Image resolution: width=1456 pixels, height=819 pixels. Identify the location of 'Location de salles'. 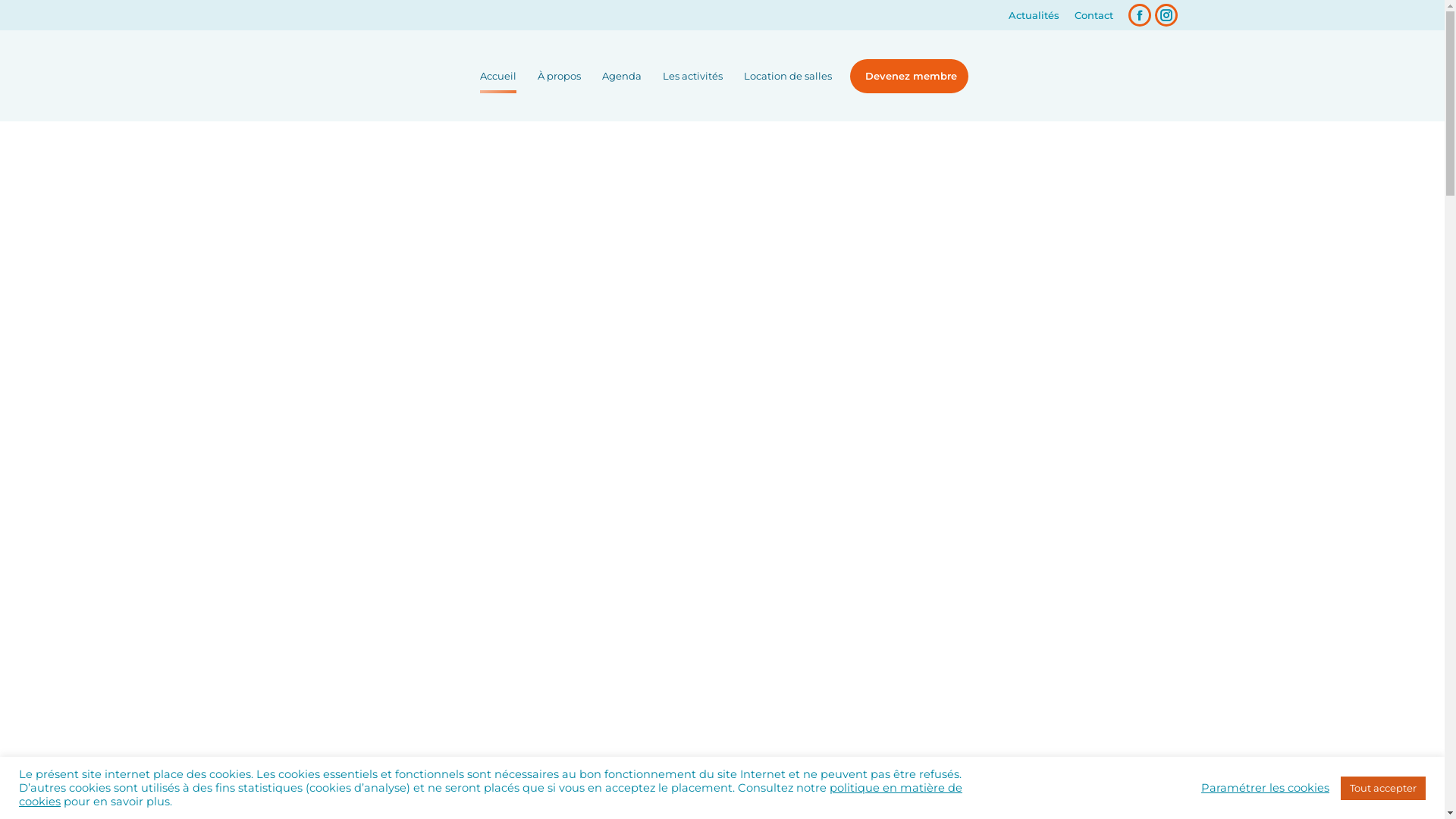
(786, 76).